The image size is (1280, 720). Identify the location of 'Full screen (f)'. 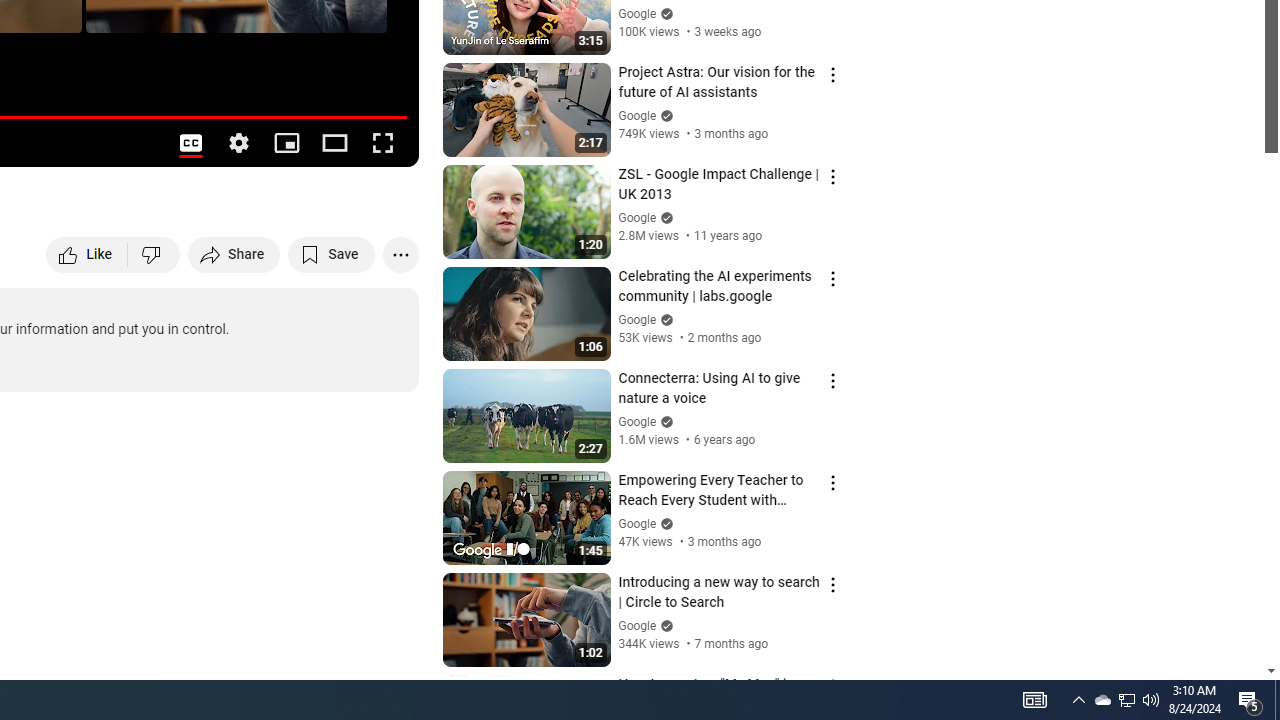
(382, 141).